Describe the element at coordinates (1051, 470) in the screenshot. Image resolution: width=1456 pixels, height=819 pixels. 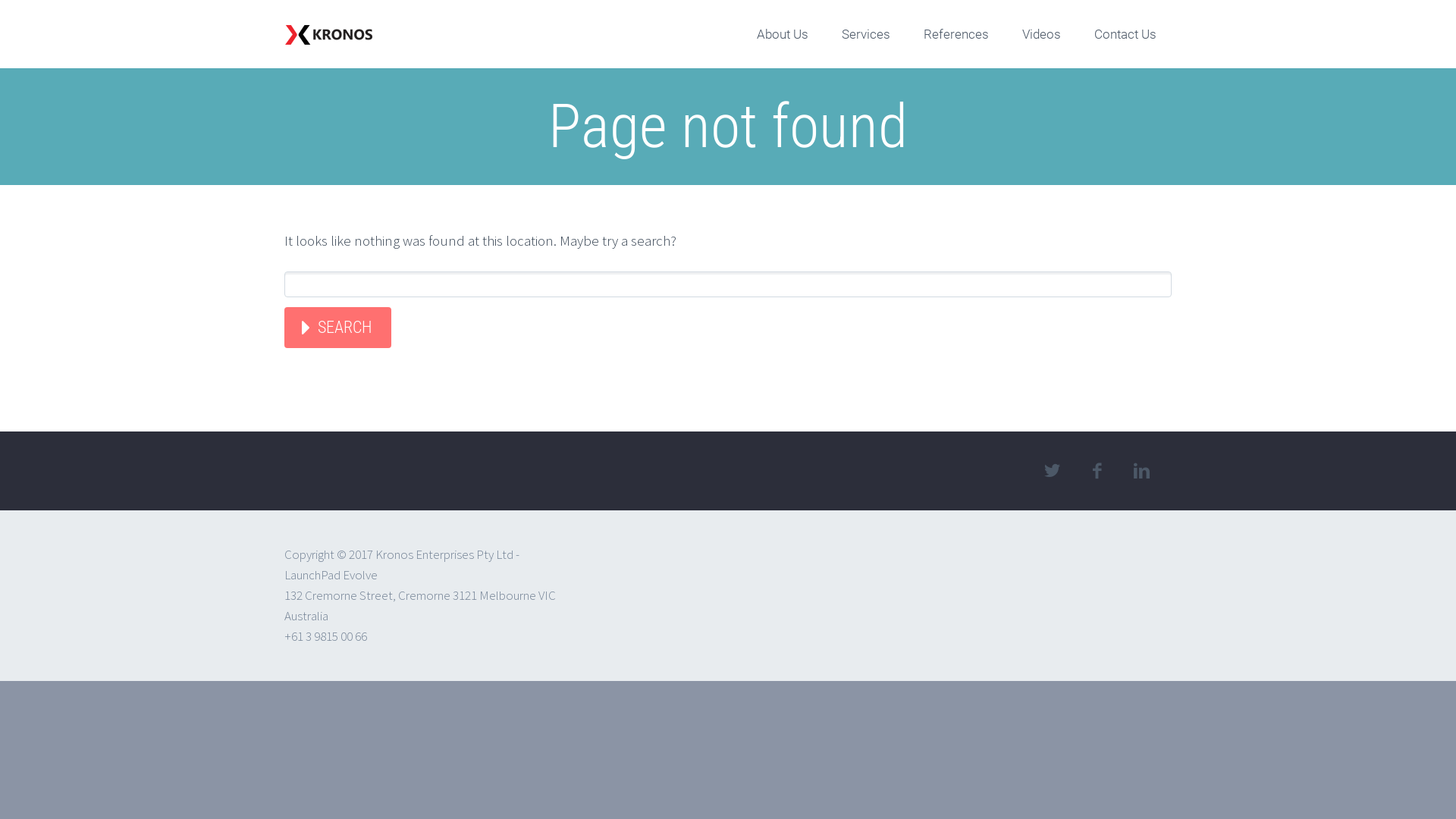
I see `'twitter'` at that location.